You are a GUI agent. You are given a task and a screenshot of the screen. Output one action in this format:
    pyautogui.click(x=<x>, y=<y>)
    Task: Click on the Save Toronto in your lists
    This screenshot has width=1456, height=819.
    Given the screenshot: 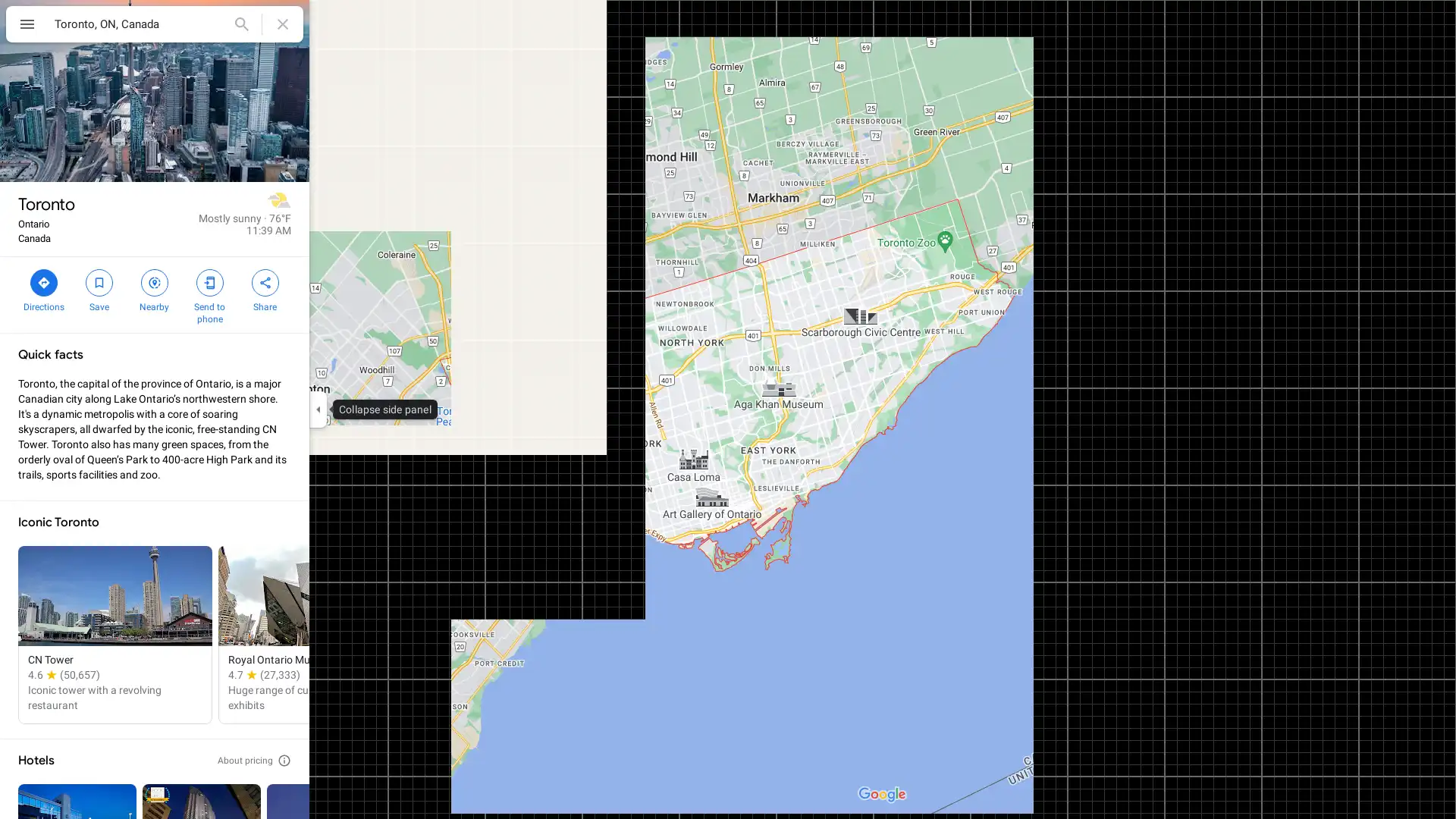 What is the action you would take?
    pyautogui.click(x=98, y=289)
    